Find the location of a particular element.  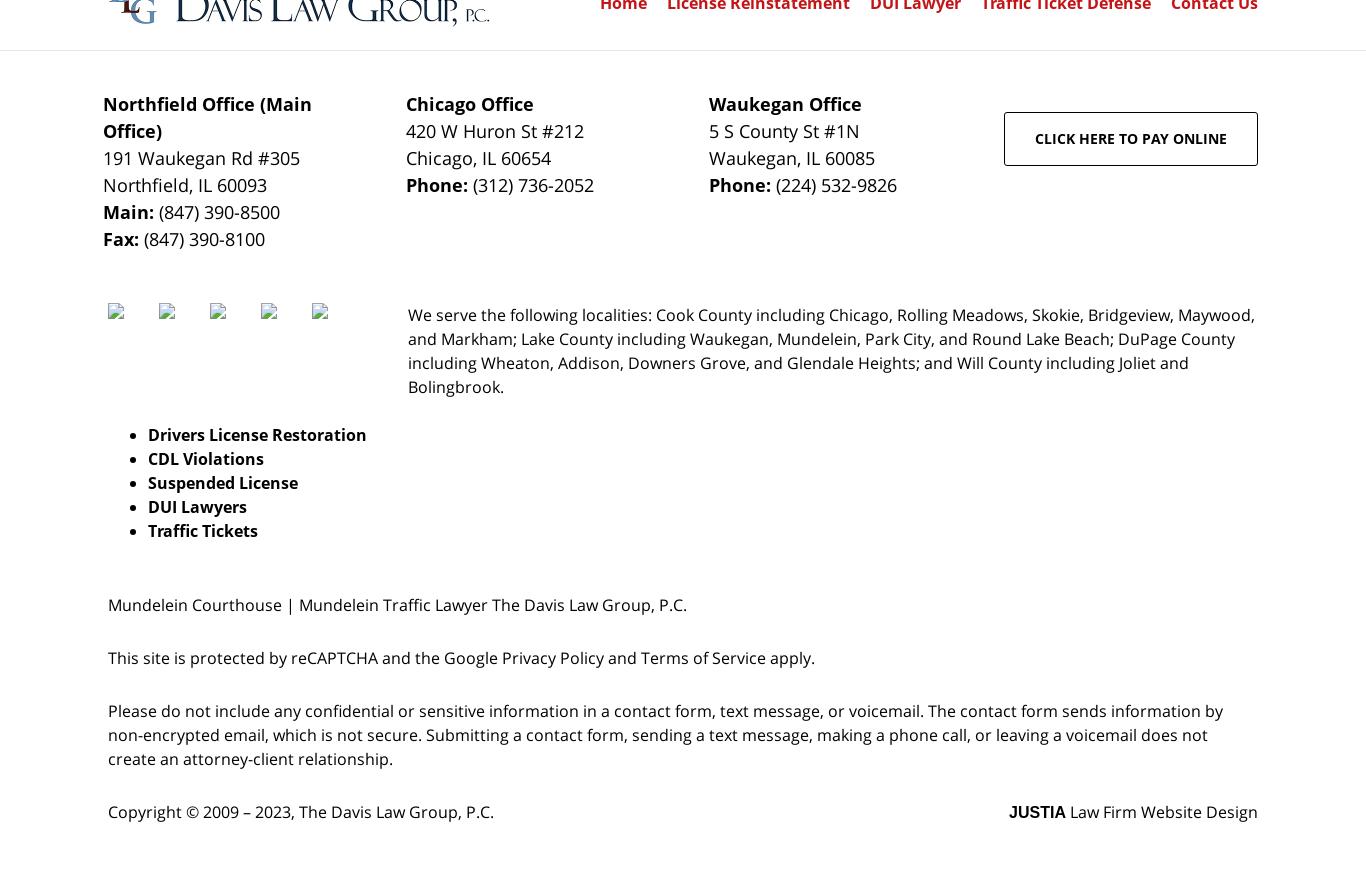

'#305' is located at coordinates (277, 157).